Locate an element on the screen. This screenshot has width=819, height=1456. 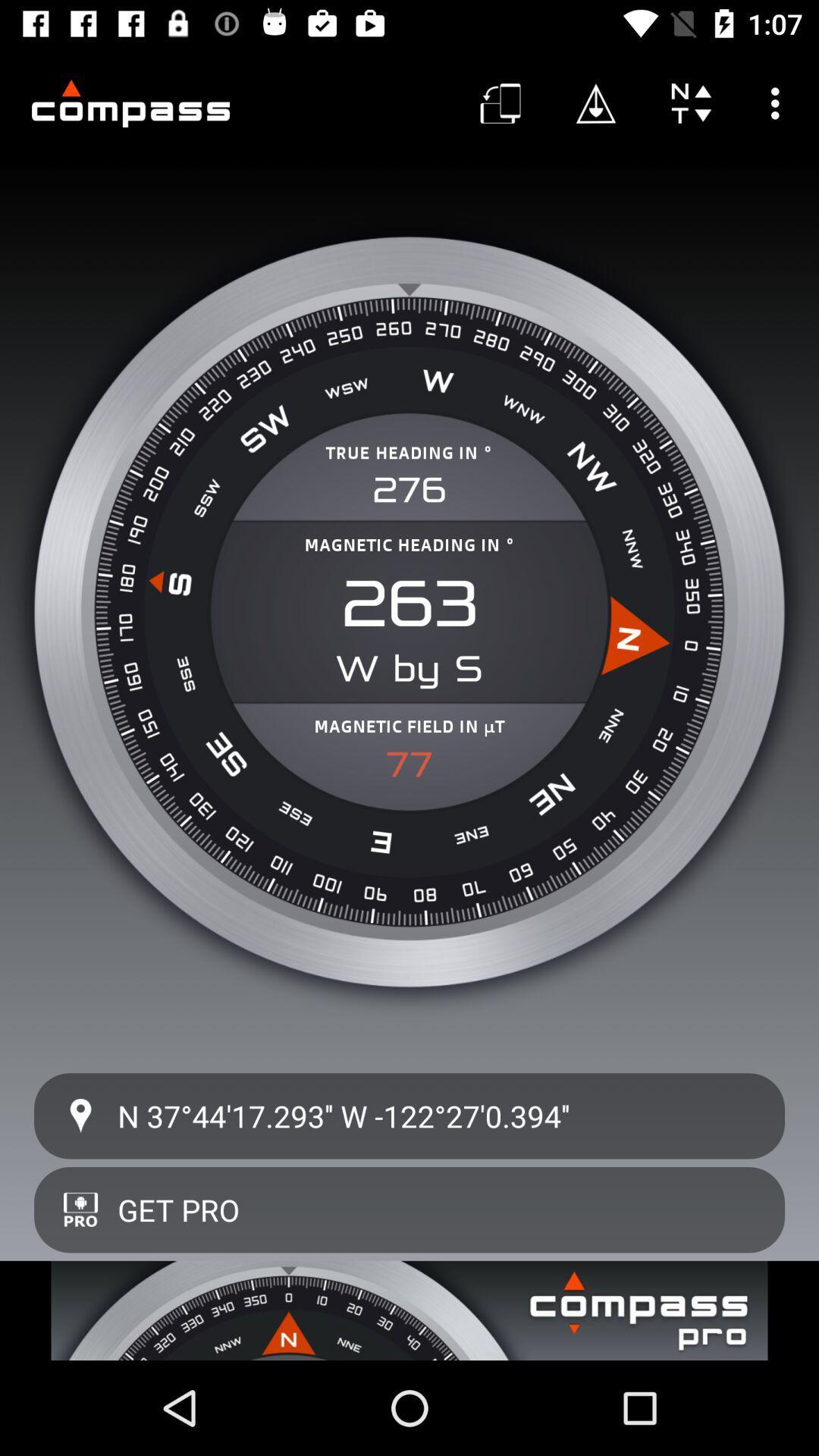
compass pro is located at coordinates (409, 1310).